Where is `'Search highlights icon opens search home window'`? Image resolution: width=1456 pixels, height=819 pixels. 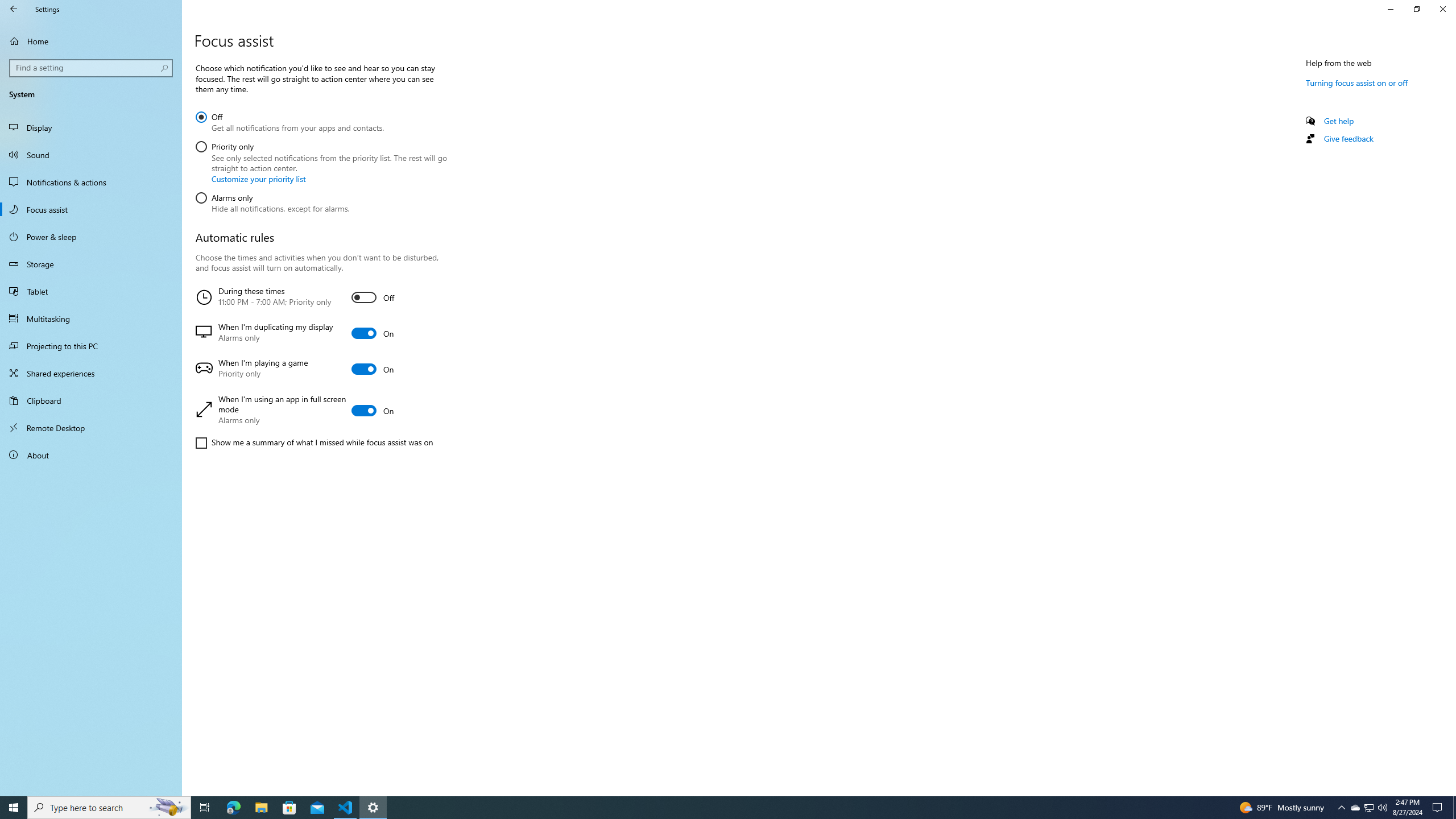
'Search highlights icon opens search home window' is located at coordinates (167, 806).